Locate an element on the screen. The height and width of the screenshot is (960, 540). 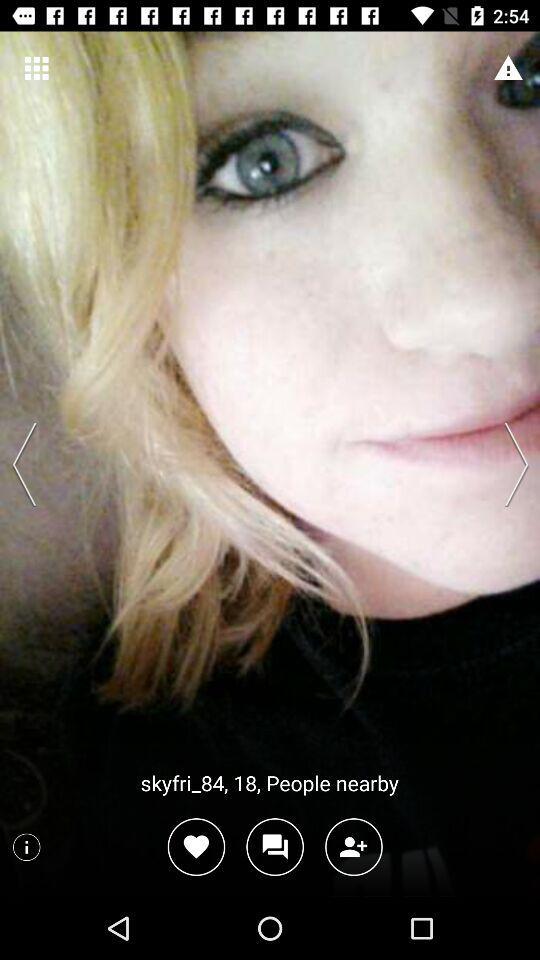
the item below the skyfri_84 18 people is located at coordinates (196, 846).